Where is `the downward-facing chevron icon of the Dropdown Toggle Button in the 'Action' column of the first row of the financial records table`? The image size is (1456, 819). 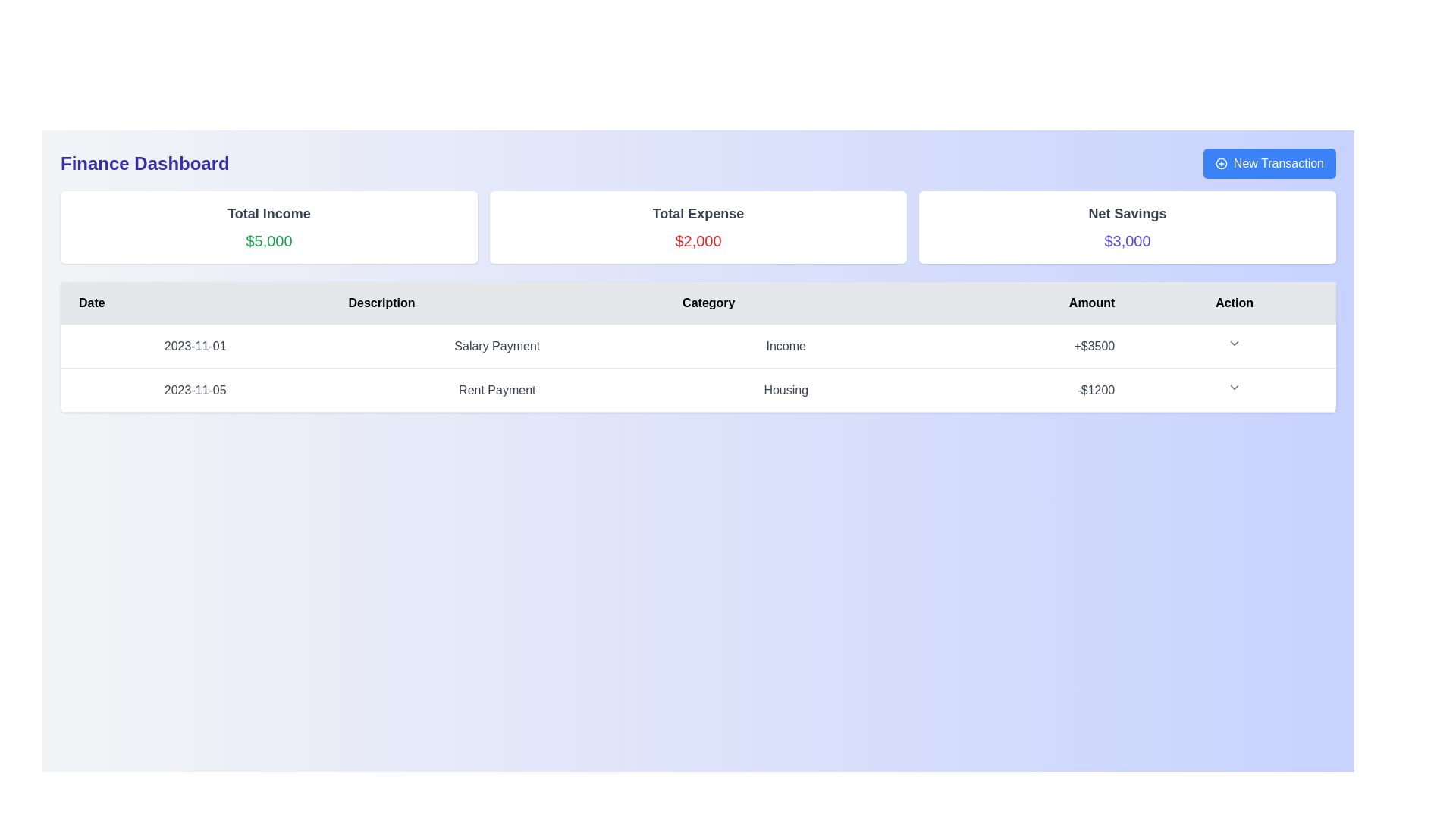 the downward-facing chevron icon of the Dropdown Toggle Button in the 'Action' column of the first row of the financial records table is located at coordinates (1235, 343).